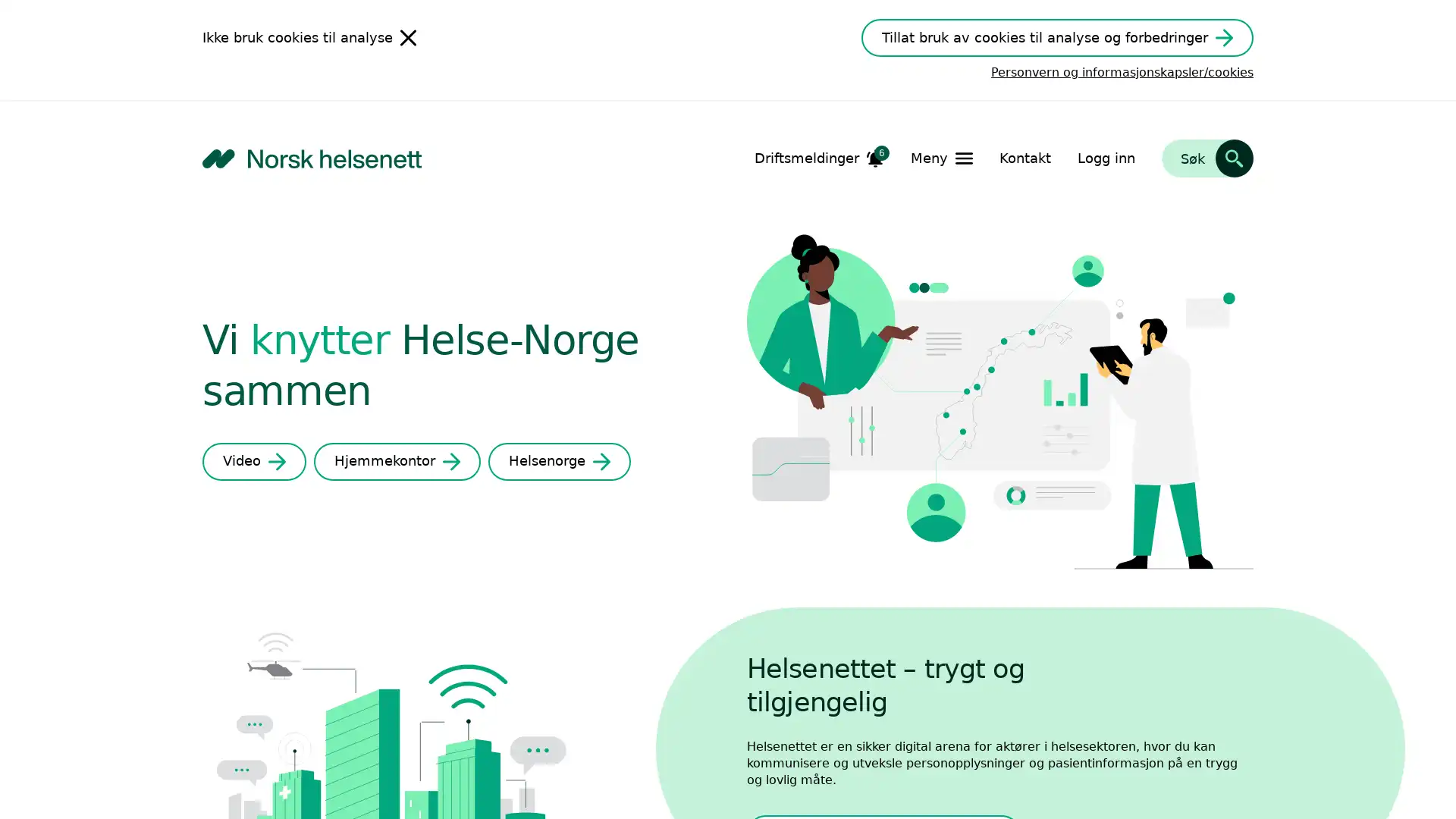  Describe the element at coordinates (309, 37) in the screenshot. I see `Ikke bruk cookies til analyse` at that location.